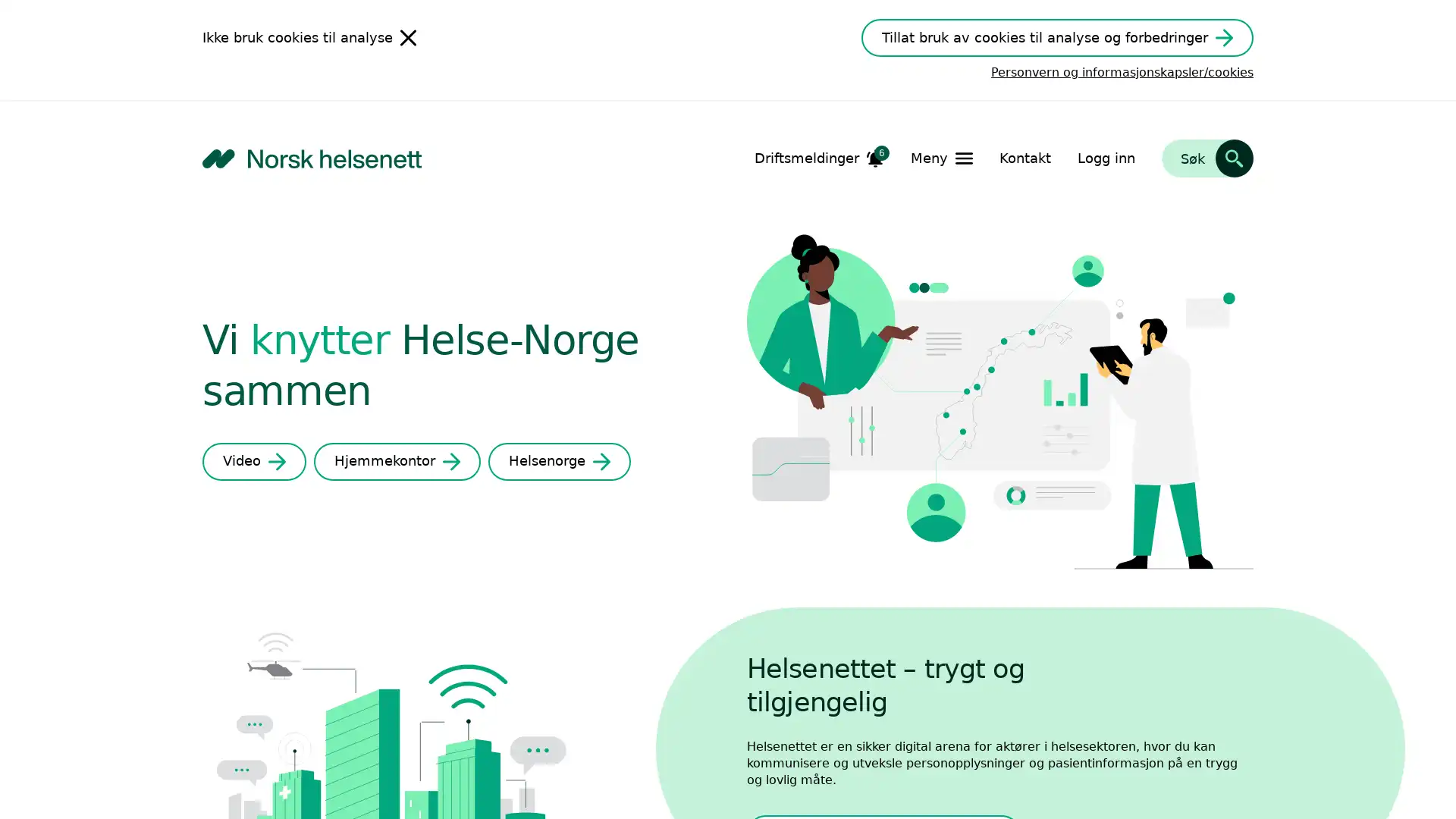  Describe the element at coordinates (309, 37) in the screenshot. I see `Ikke bruk cookies til analyse` at that location.